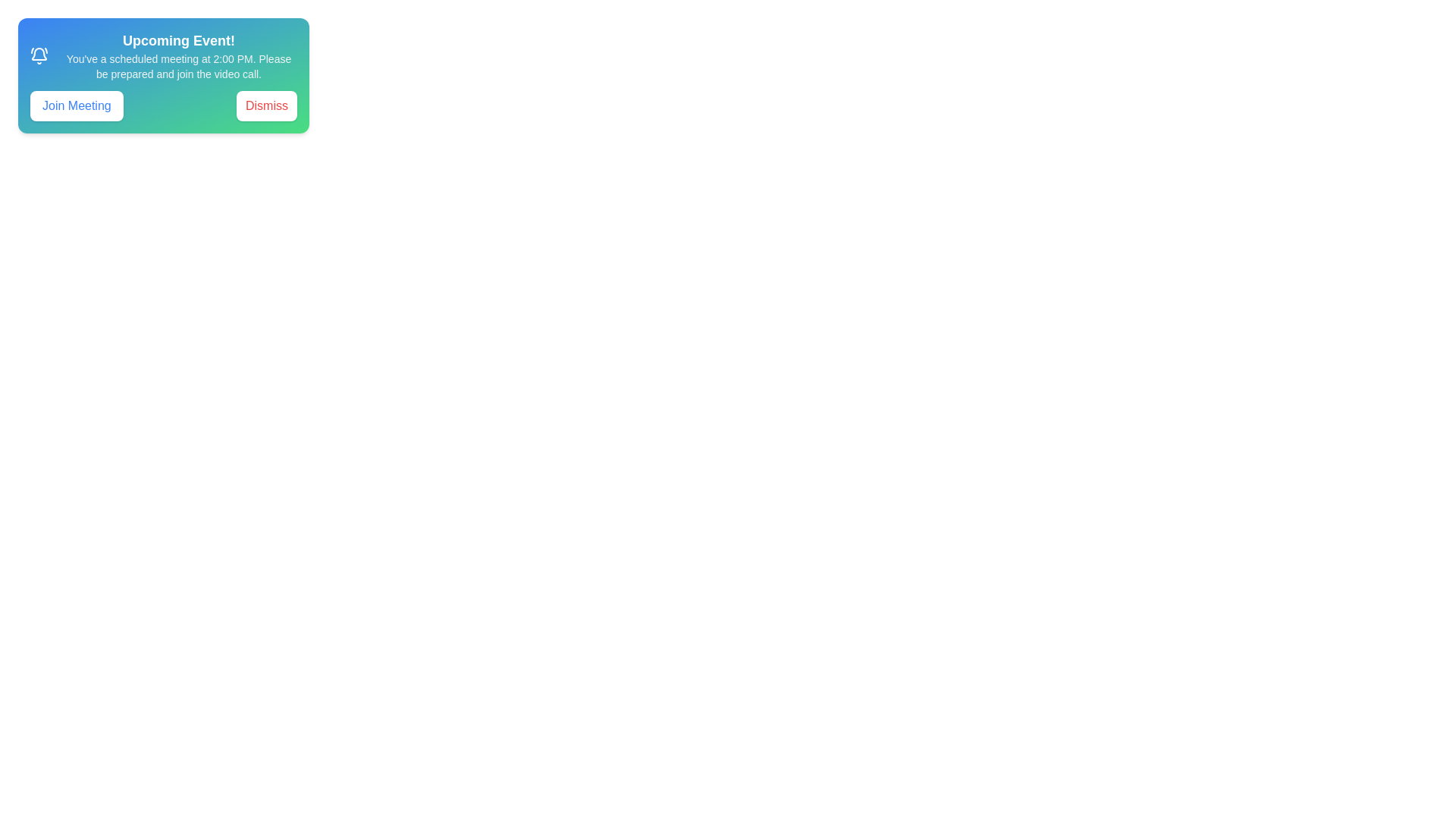  Describe the element at coordinates (39, 55) in the screenshot. I see `the bell icon to inspect it` at that location.